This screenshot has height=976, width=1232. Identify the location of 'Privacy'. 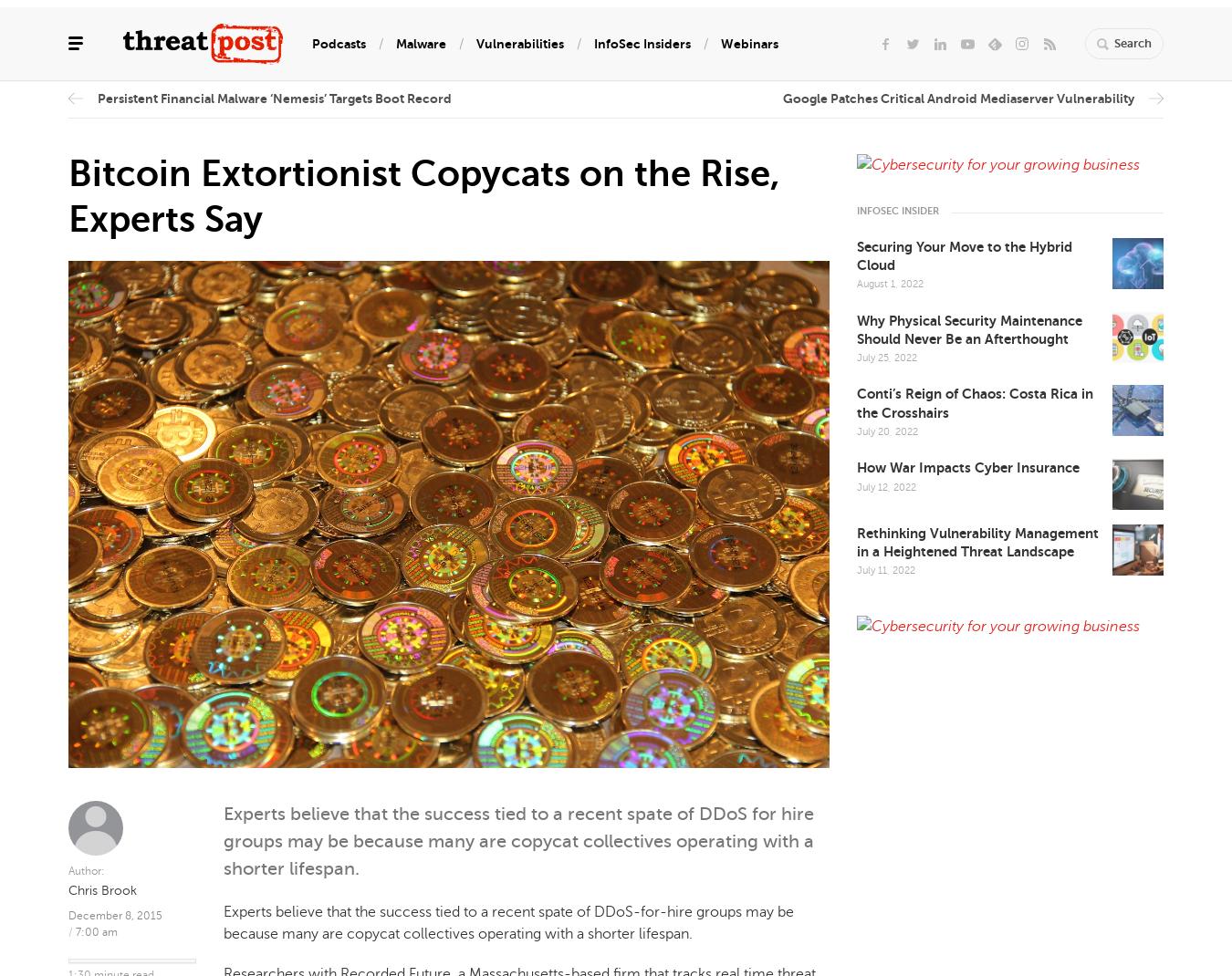
(370, 162).